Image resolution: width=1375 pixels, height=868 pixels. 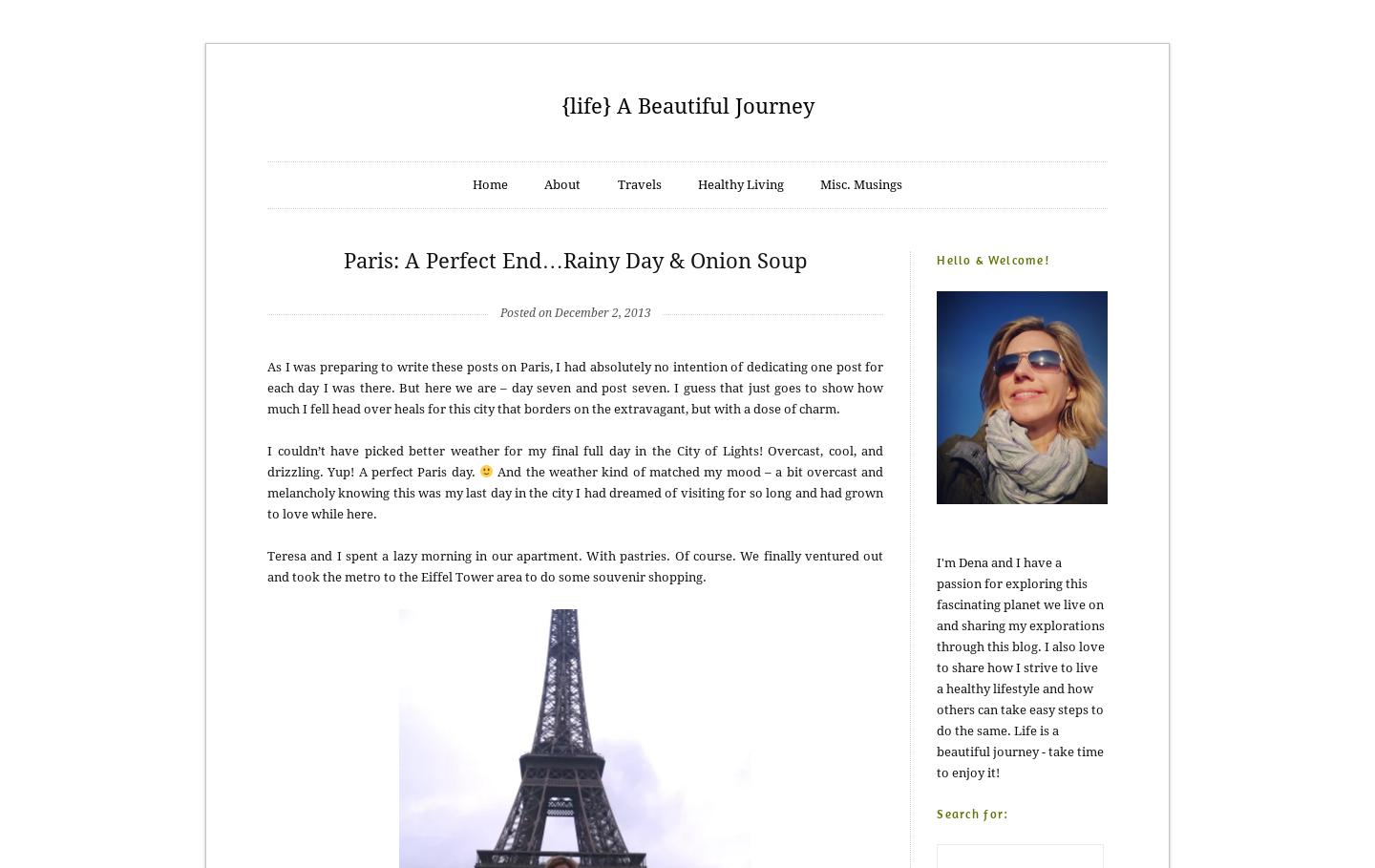 What do you see at coordinates (574, 461) in the screenshot?
I see `'I couldn’t have picked better weather for my final full day in the City of Lights! Overcast, cool, and drizzling. Yup! A perfect Paris day.'` at bounding box center [574, 461].